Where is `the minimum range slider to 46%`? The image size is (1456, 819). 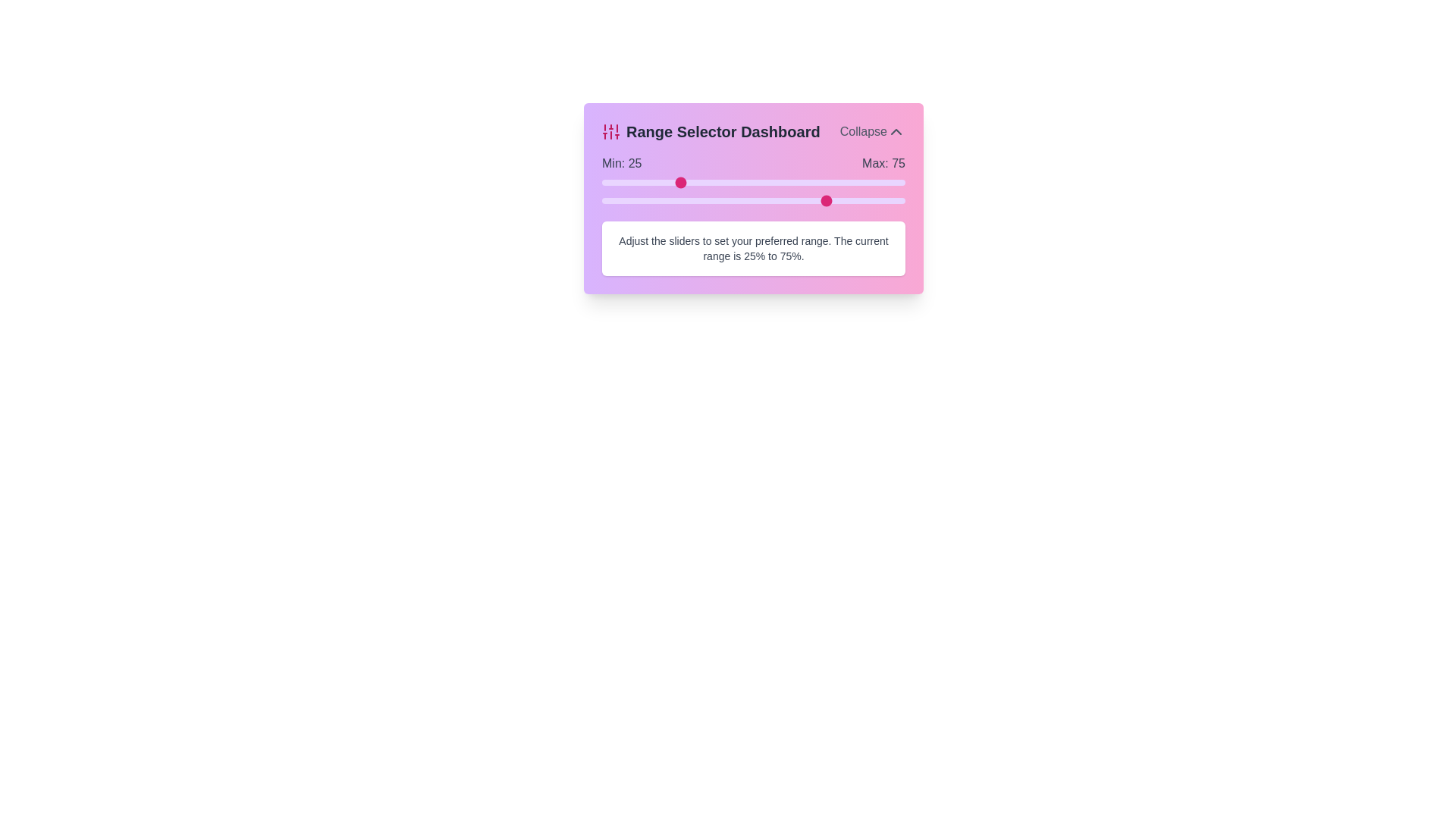
the minimum range slider to 46% is located at coordinates (742, 181).